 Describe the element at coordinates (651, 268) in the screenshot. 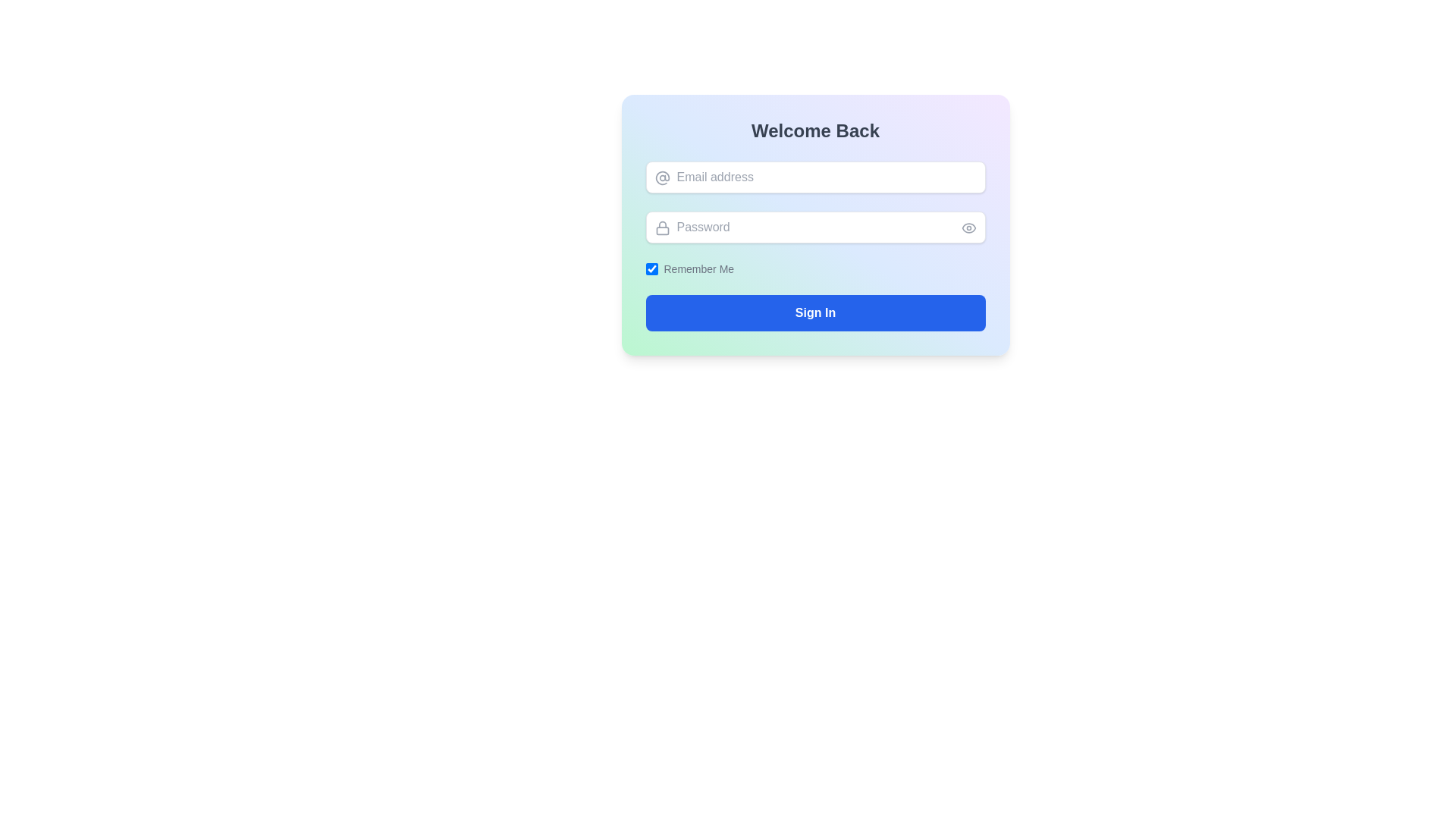

I see `the 'Remember Me' checkbox to observe the hover effects` at that location.